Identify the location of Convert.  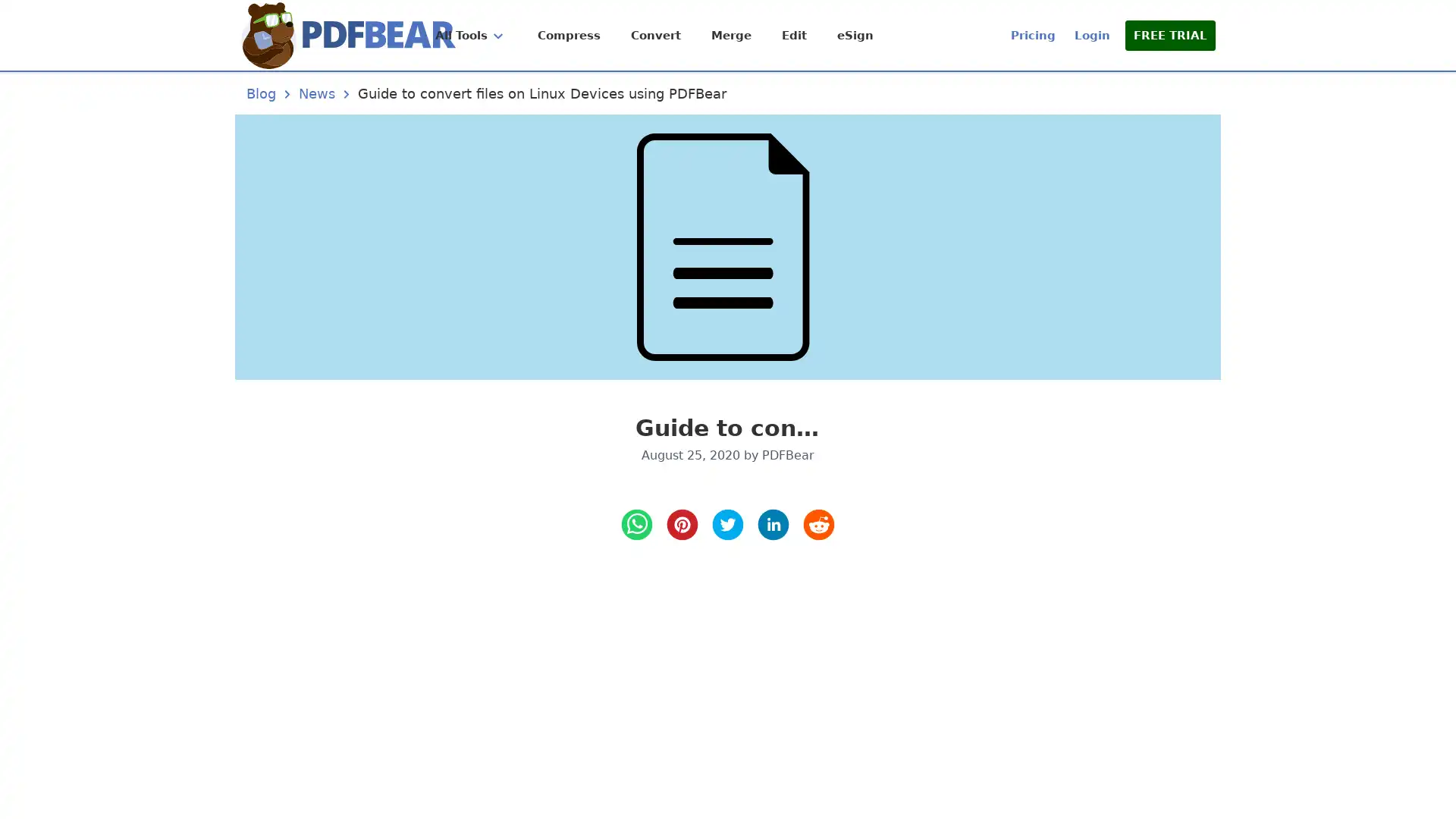
(655, 34).